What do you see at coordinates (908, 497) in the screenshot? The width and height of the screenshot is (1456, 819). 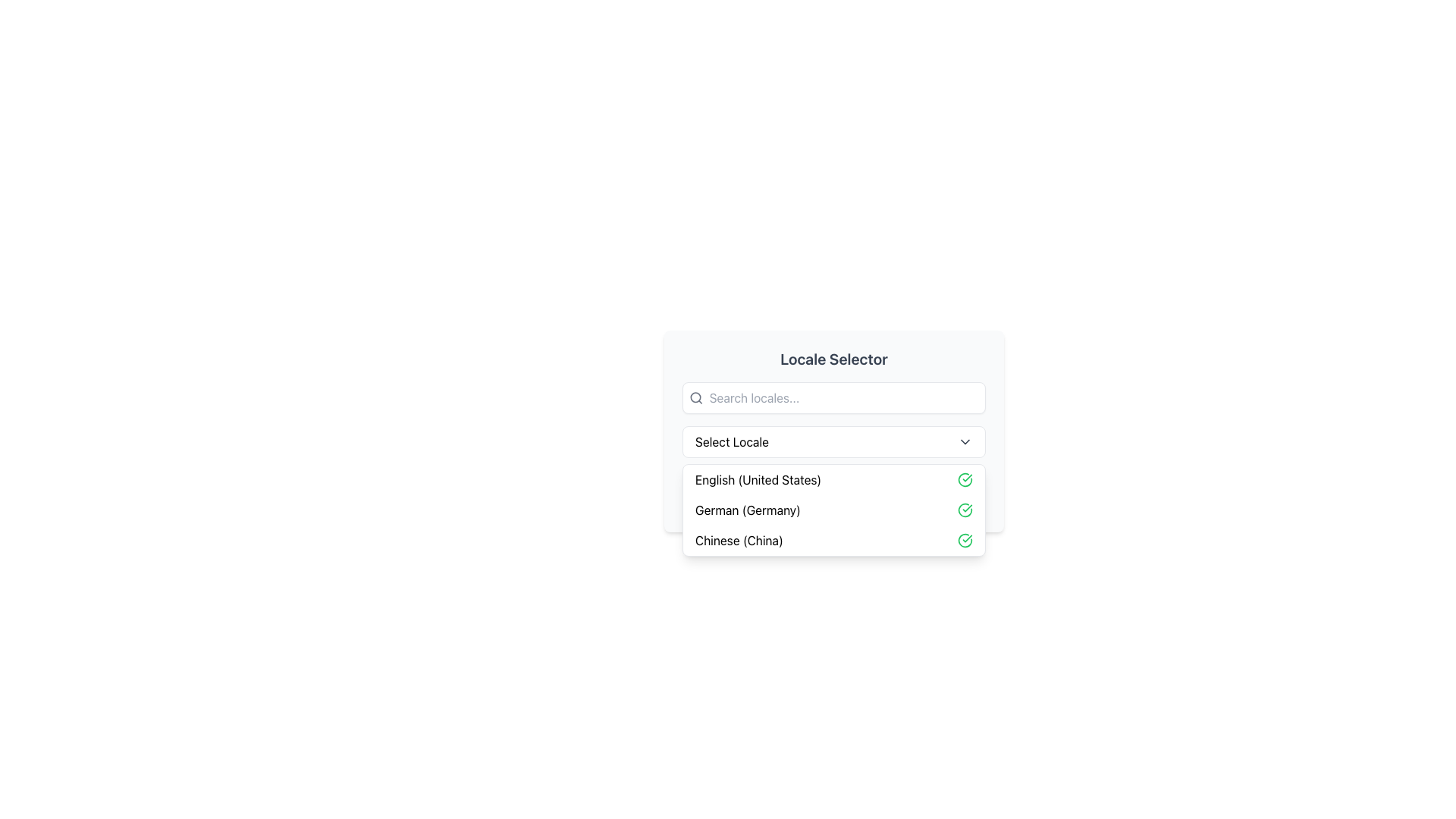 I see `the position of the Marker or Indicator within the 'German (Germany)' dropdown menu item, located to the right of the text label and to the left of the green checkmark icon` at bounding box center [908, 497].